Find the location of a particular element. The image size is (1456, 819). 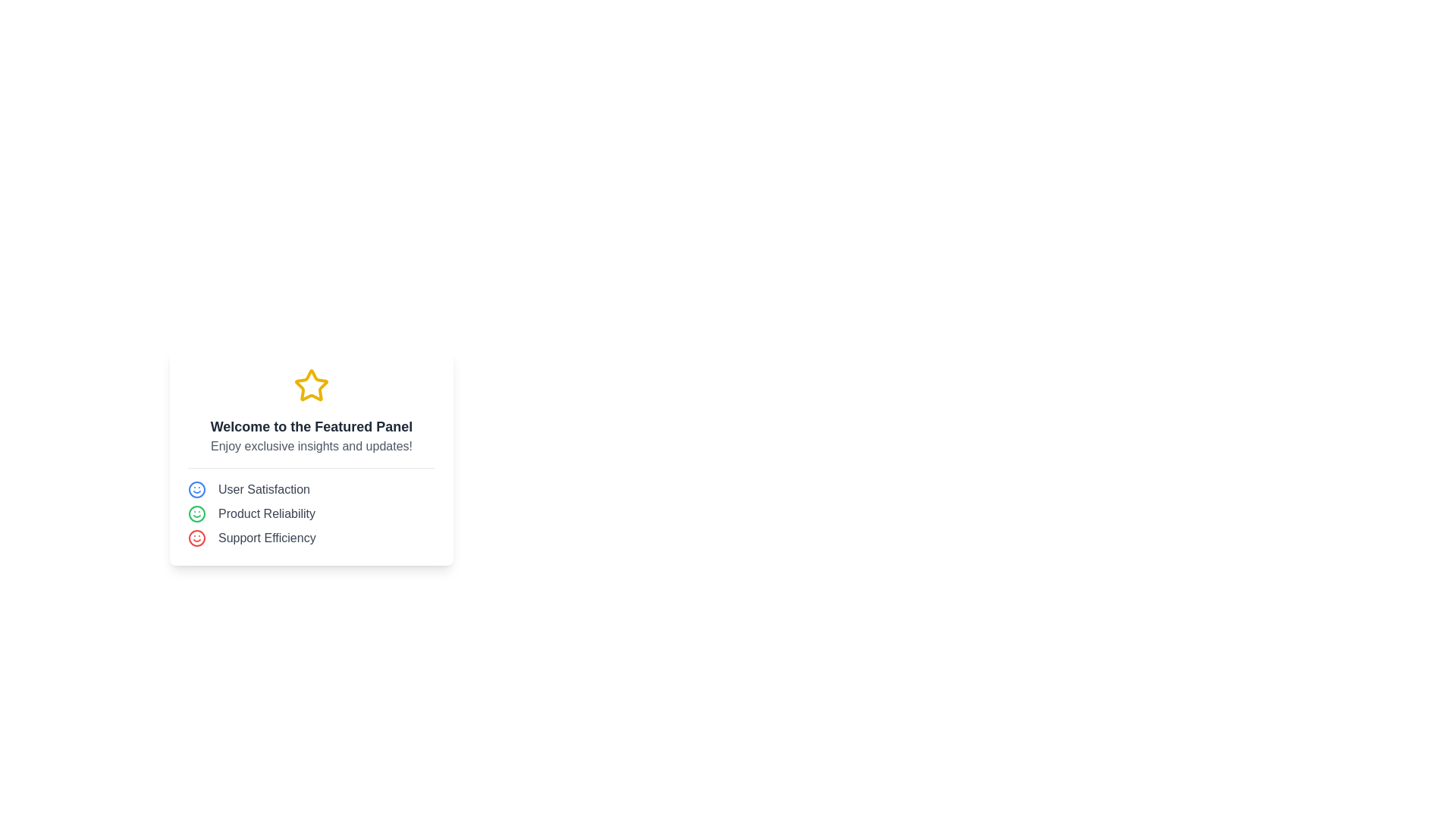

the visual icons for color-coded cues in the List with icon-text pairs, specifically focusing on the middle item labeled 'Product Reliability' is located at coordinates (311, 507).